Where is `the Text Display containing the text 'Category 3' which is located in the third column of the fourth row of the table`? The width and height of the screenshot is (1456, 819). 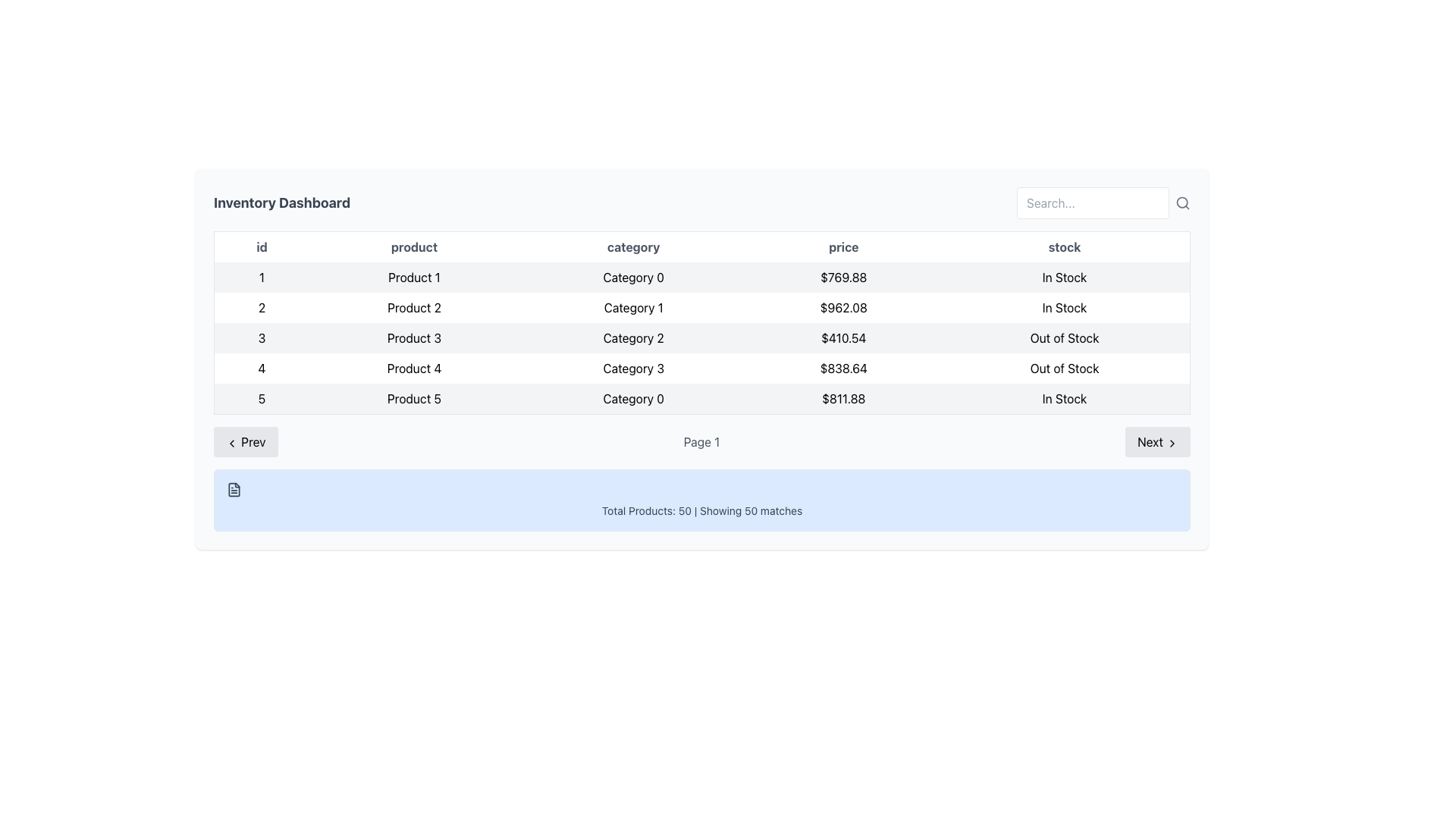 the Text Display containing the text 'Category 3' which is located in the third column of the fourth row of the table is located at coordinates (633, 369).